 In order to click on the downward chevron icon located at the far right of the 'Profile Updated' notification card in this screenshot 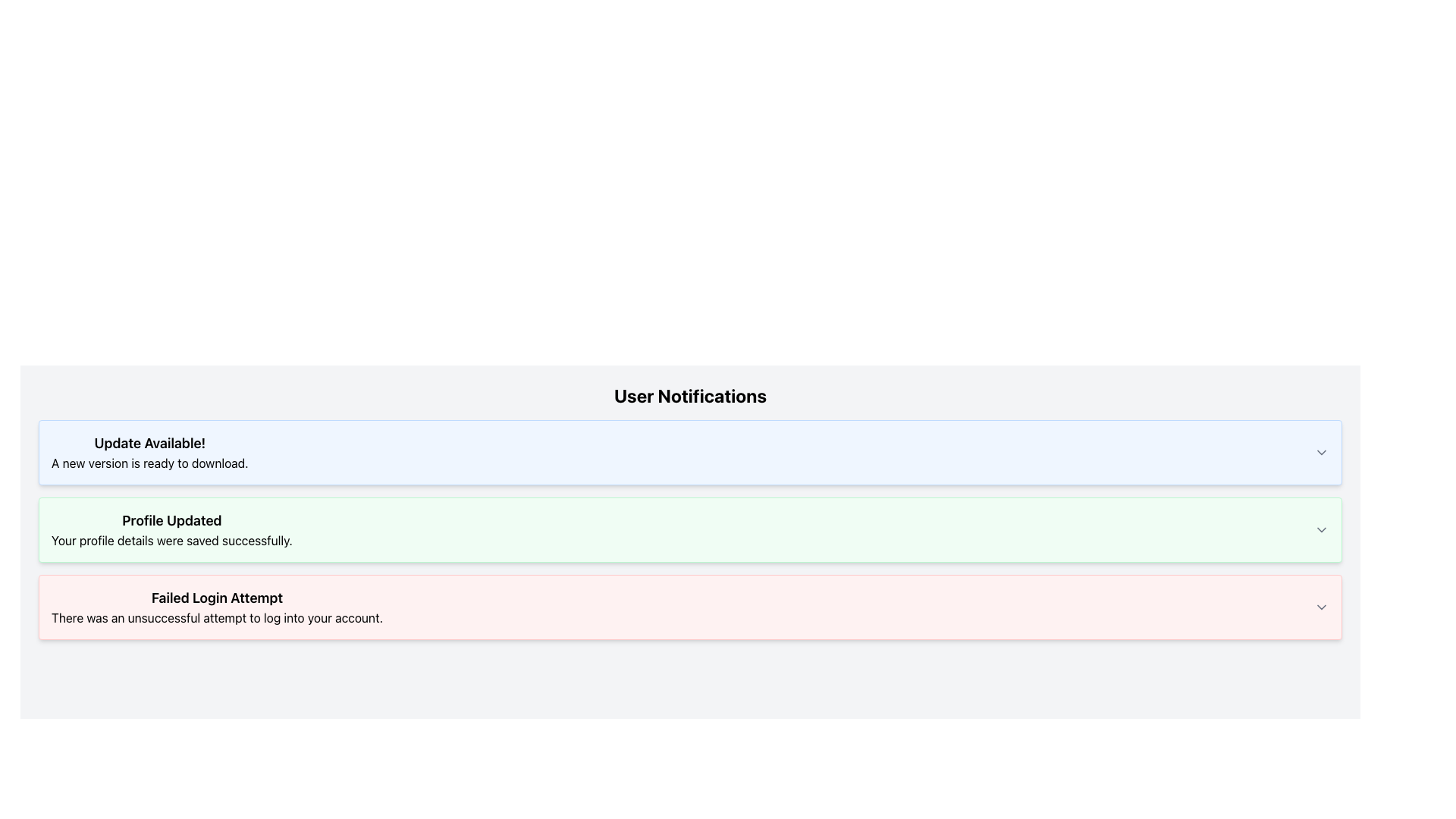, I will do `click(1320, 529)`.